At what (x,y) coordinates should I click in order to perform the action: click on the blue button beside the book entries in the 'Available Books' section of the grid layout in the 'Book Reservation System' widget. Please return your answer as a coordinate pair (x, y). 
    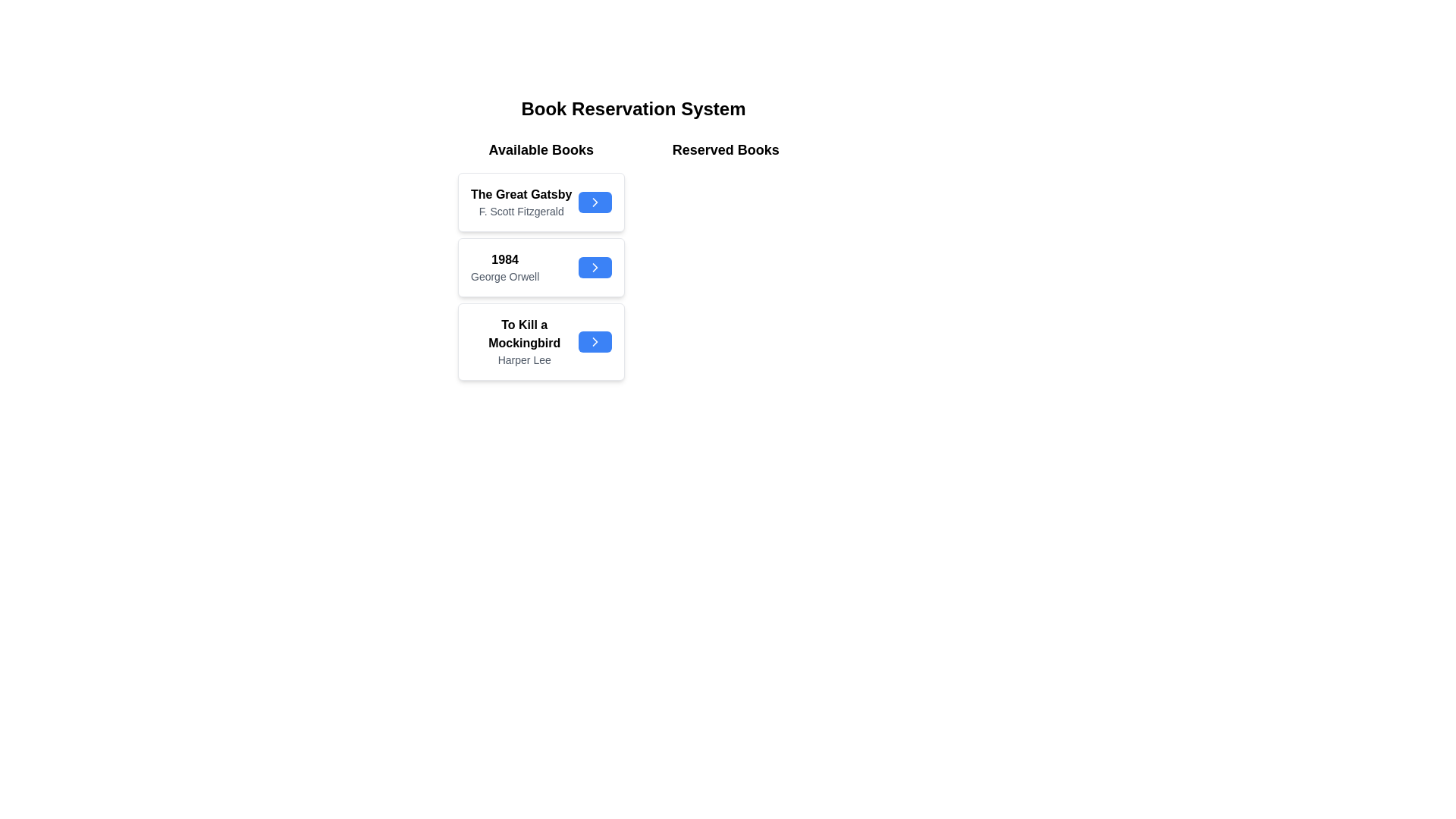
    Looking at the image, I should click on (633, 262).